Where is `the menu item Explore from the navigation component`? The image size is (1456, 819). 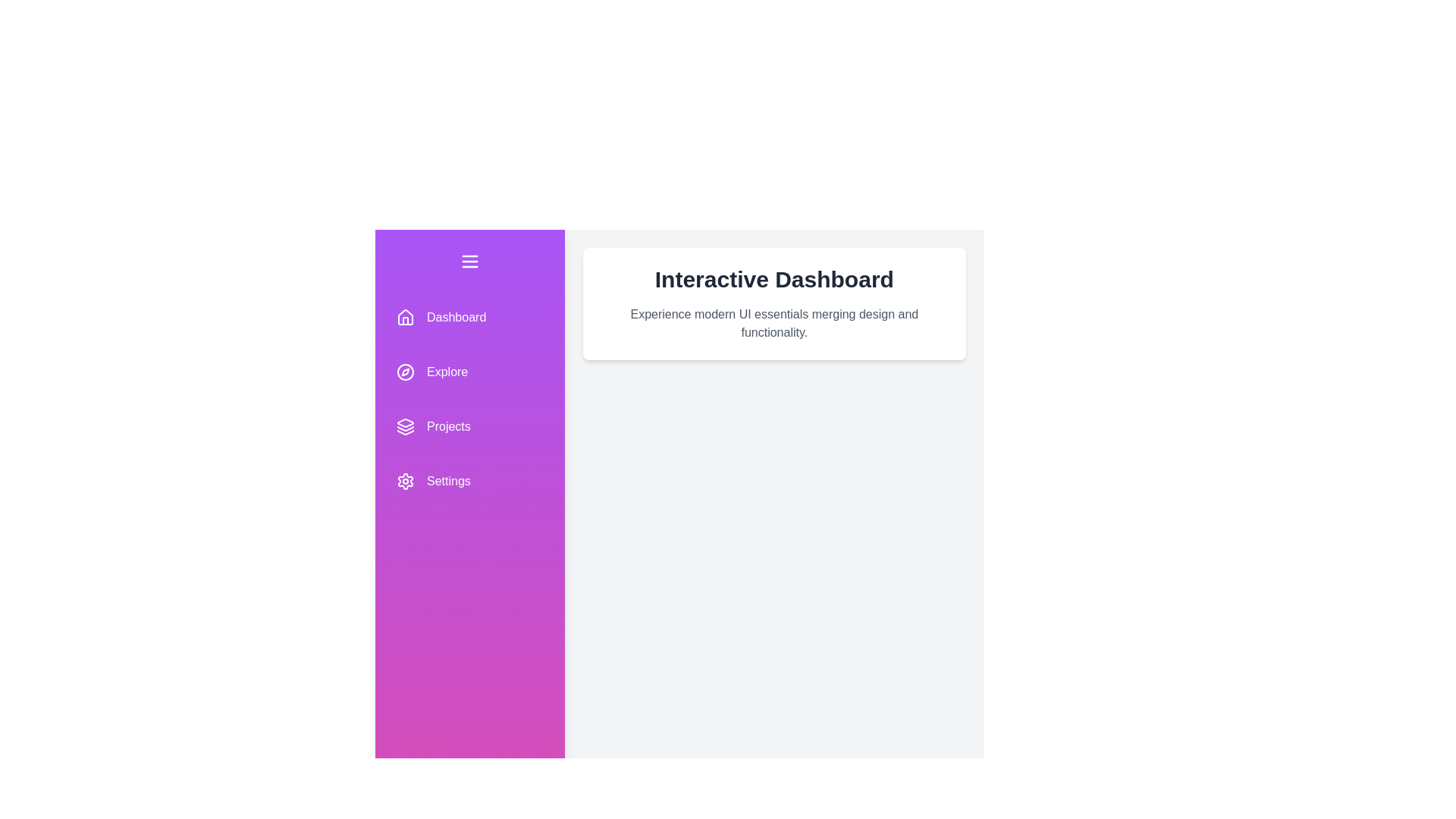 the menu item Explore from the navigation component is located at coordinates (469, 372).